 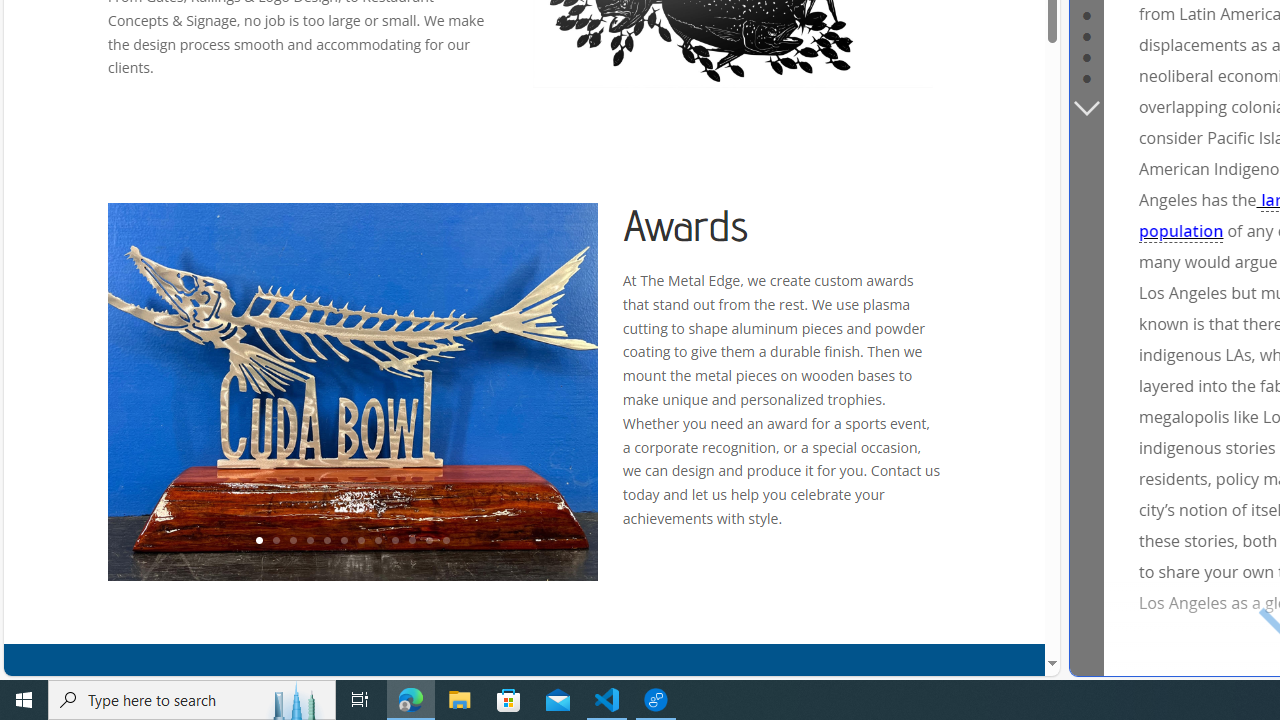 What do you see at coordinates (427, 541) in the screenshot?
I see `'11'` at bounding box center [427, 541].